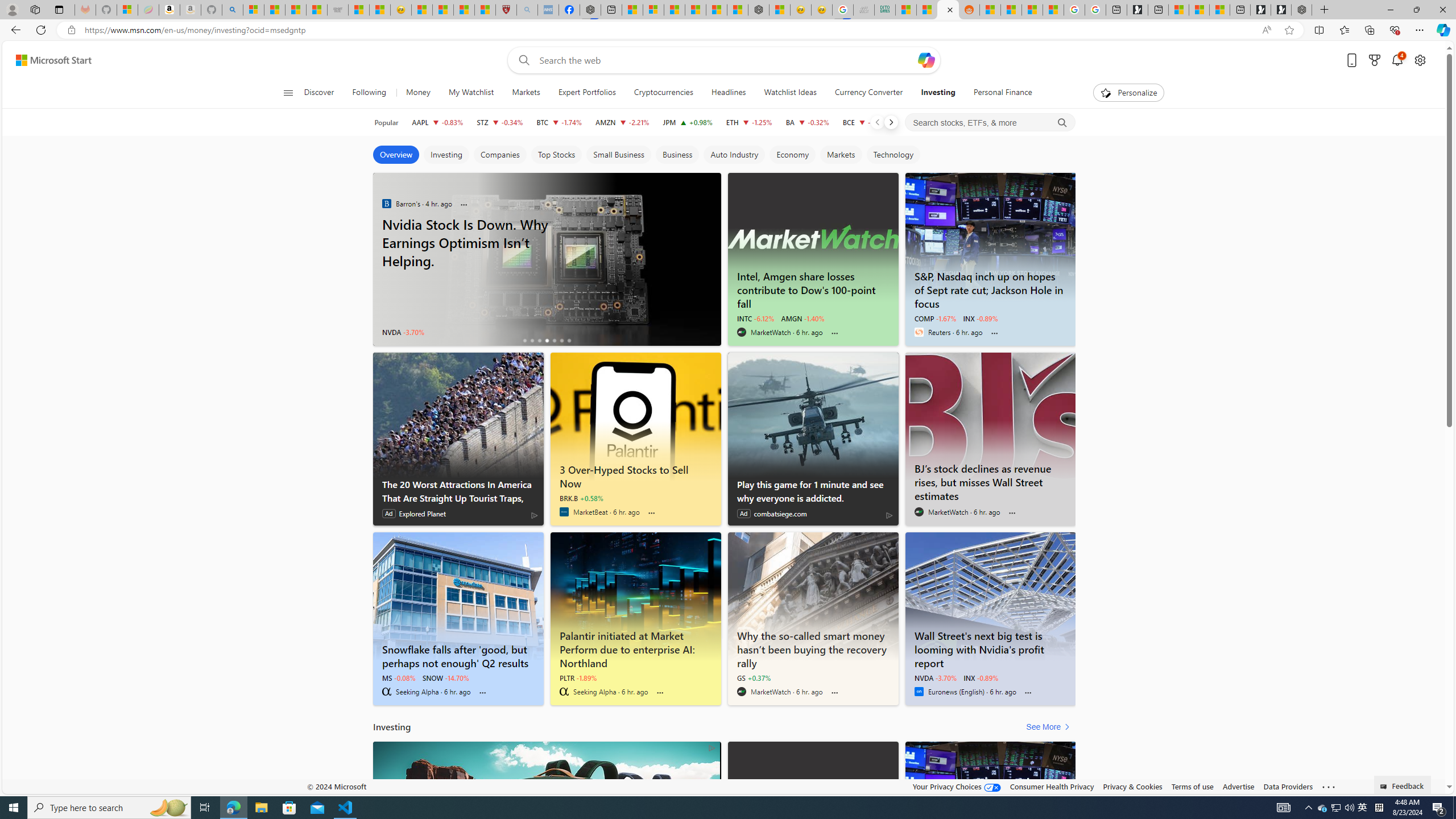 The width and height of the screenshot is (1456, 819). What do you see at coordinates (485, 9) in the screenshot?
I see `'12 Popular Science Lies that Must be Corrected'` at bounding box center [485, 9].